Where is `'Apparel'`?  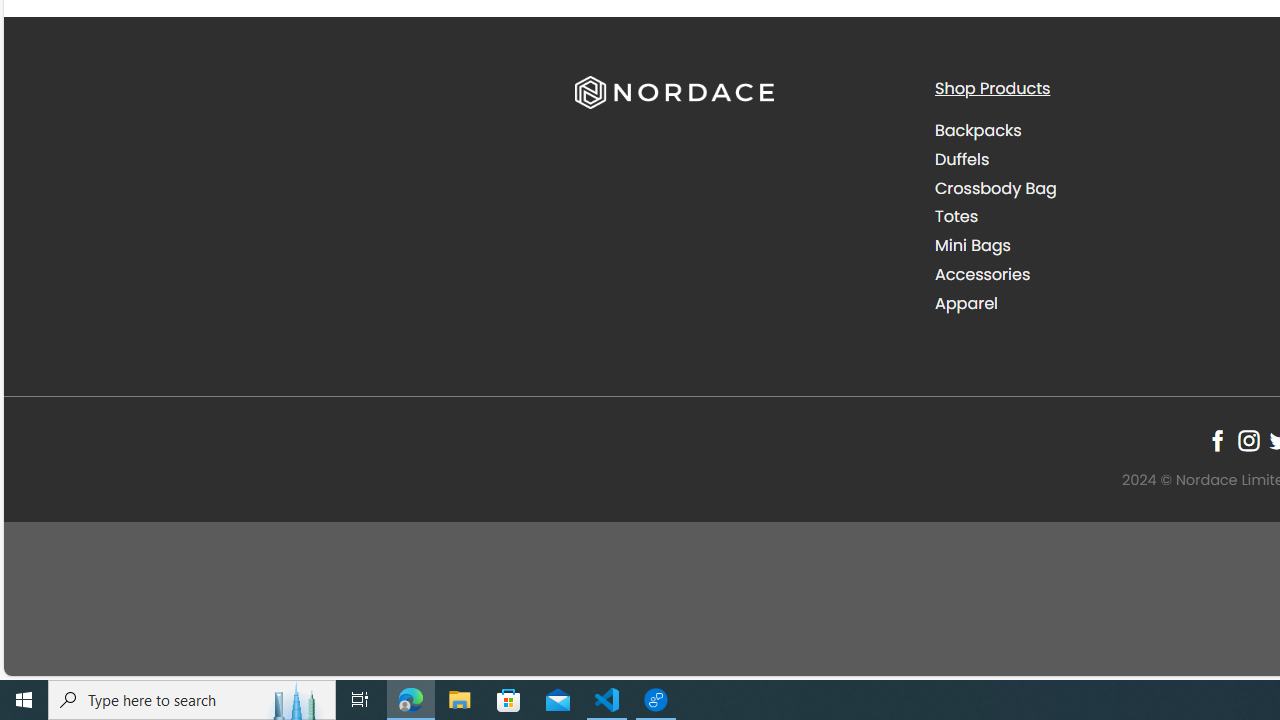 'Apparel' is located at coordinates (966, 303).